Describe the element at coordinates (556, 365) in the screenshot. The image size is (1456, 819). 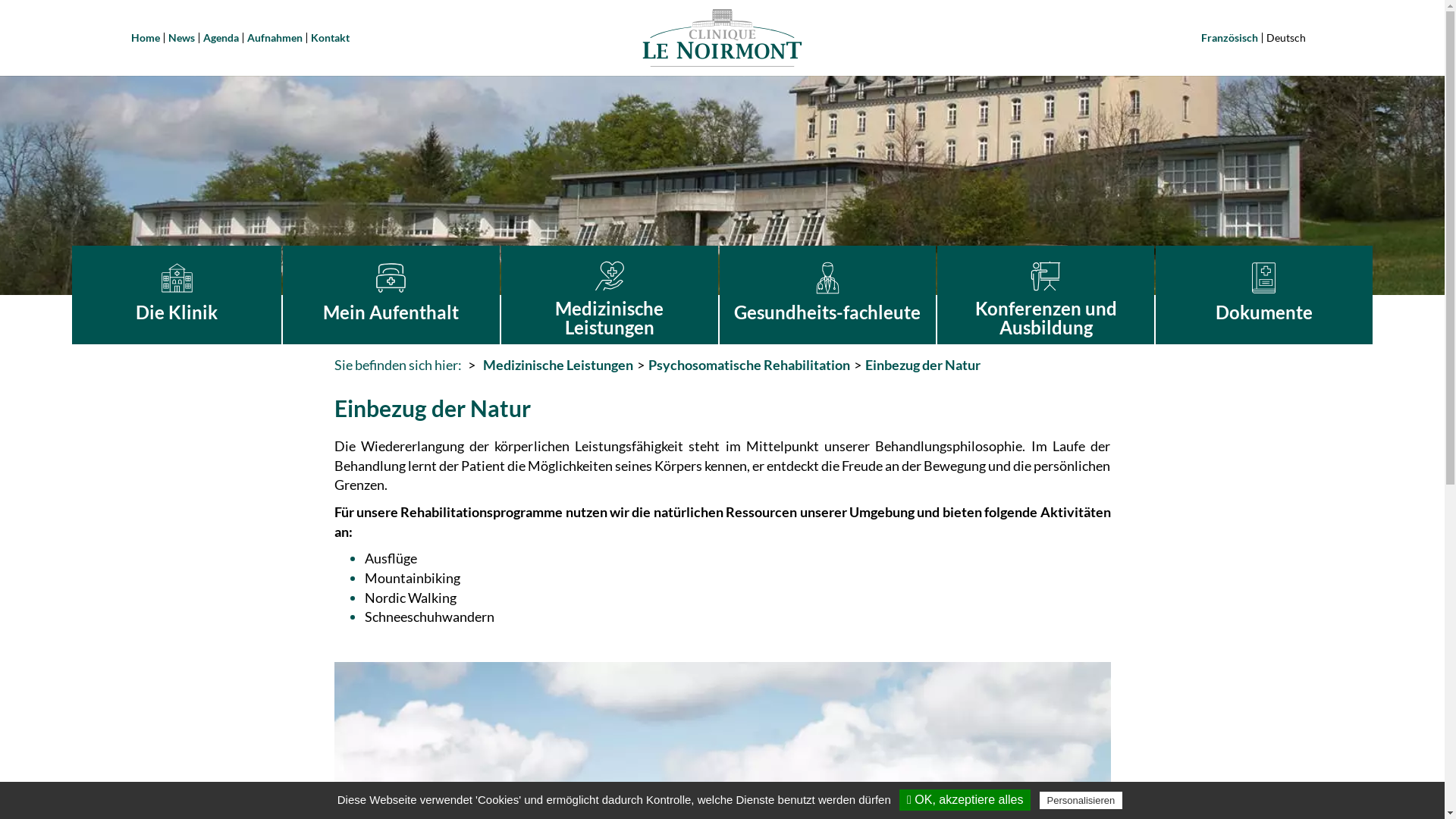
I see `'Medizinische Leistungen'` at that location.